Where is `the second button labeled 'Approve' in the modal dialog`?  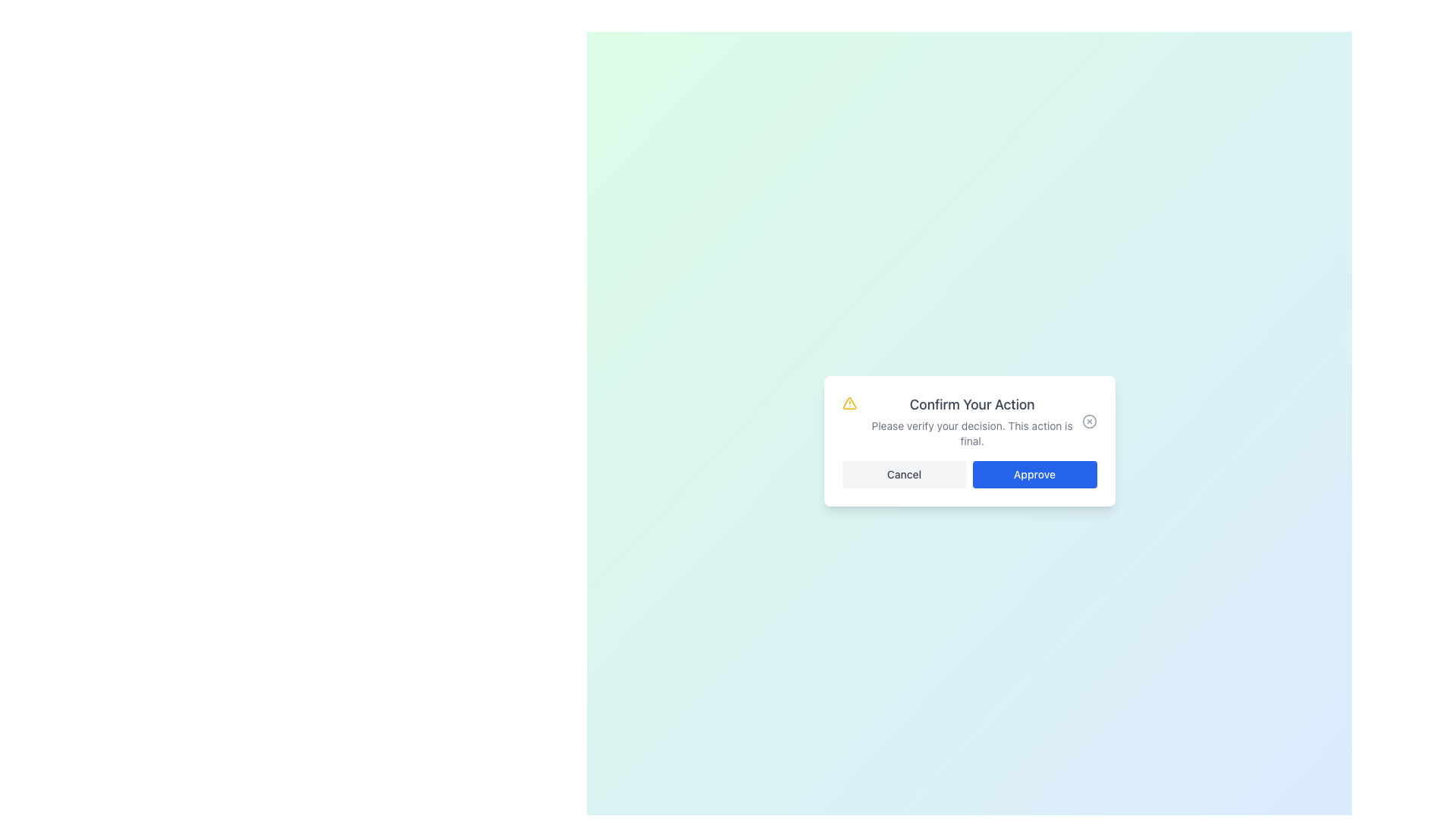 the second button labeled 'Approve' in the modal dialog is located at coordinates (1034, 473).